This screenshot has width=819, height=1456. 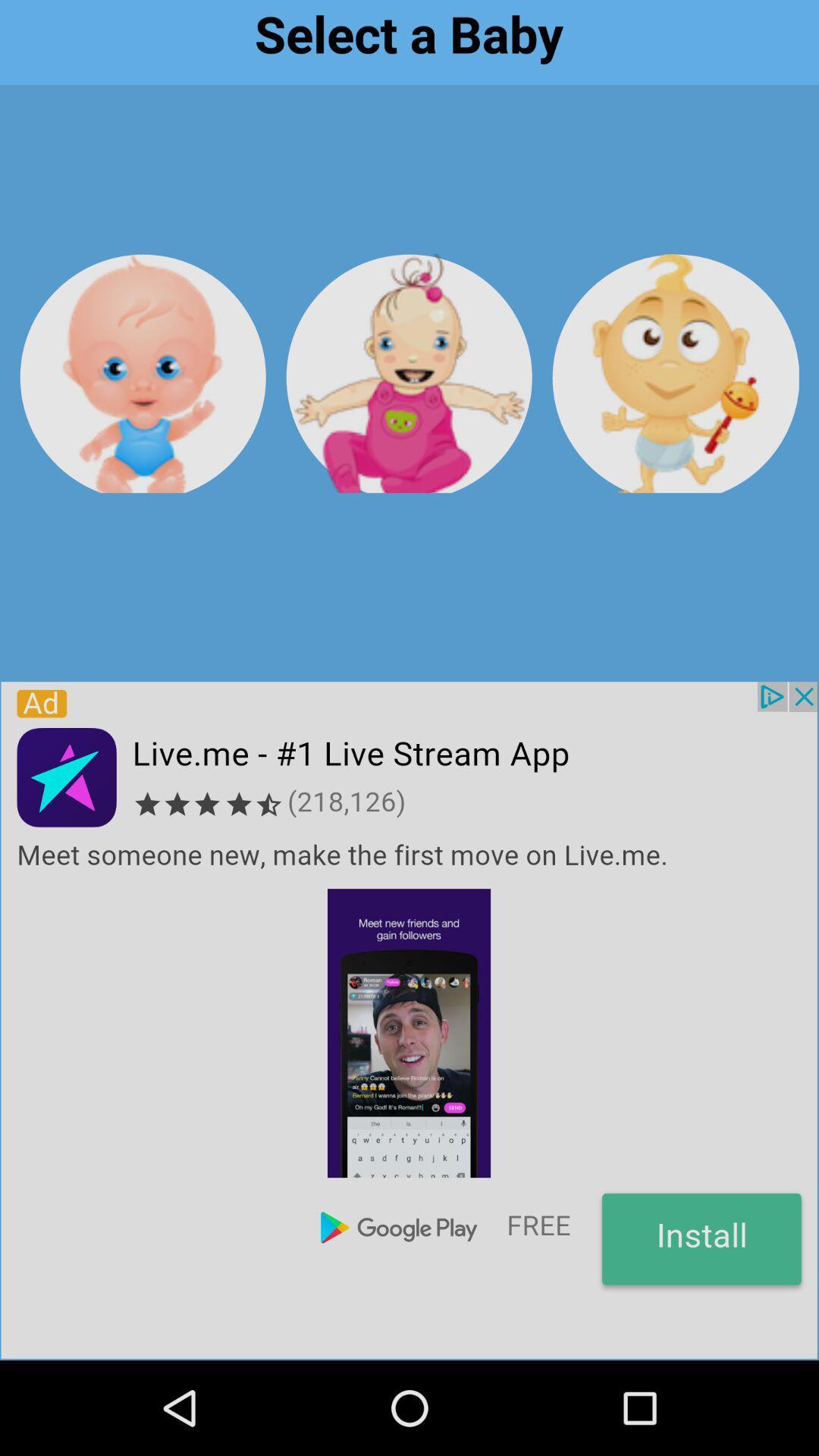 I want to click on preview, so click(x=408, y=373).